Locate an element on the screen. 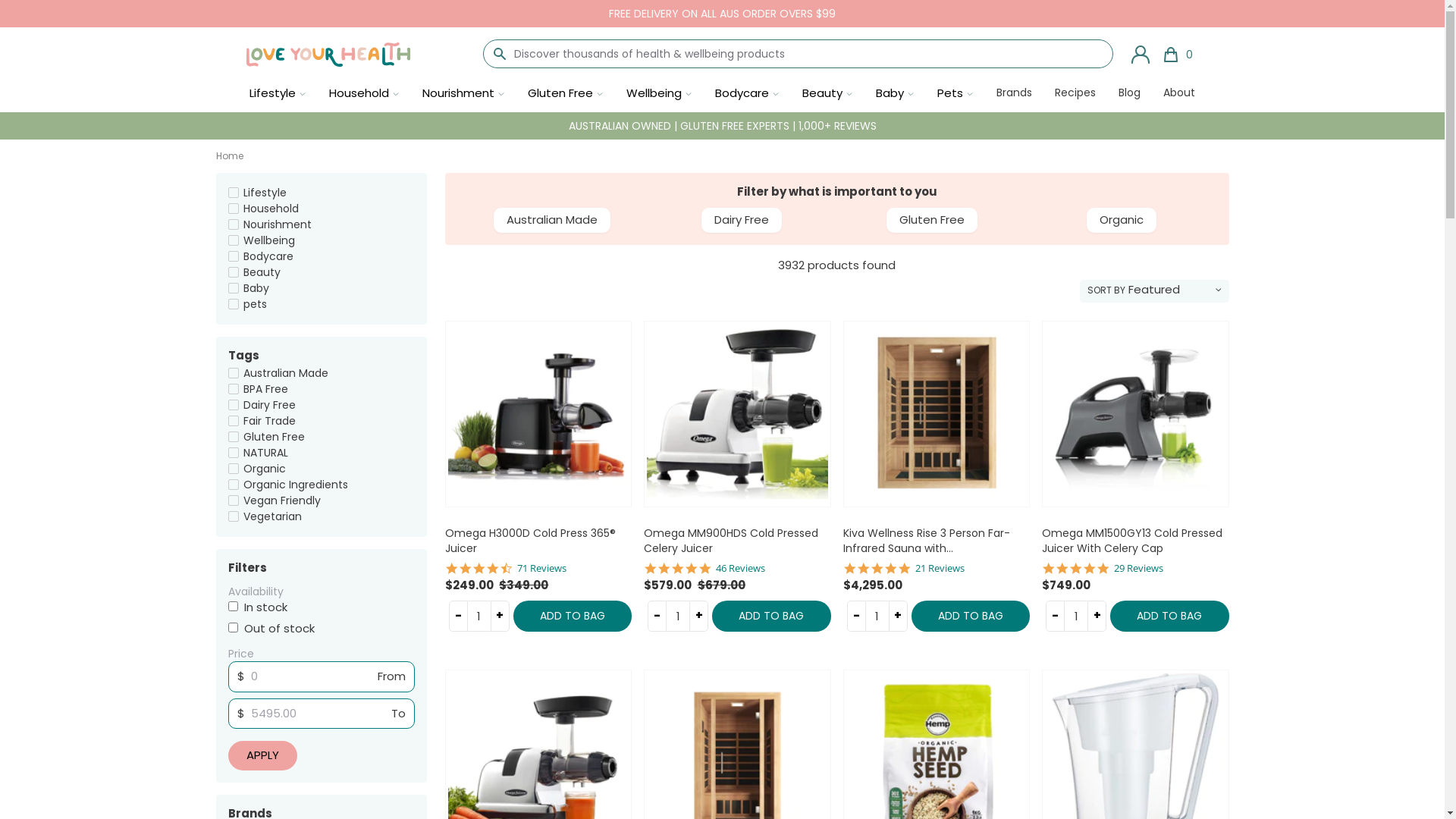 This screenshot has width=1456, height=819. 'Bodycare' is located at coordinates (268, 256).